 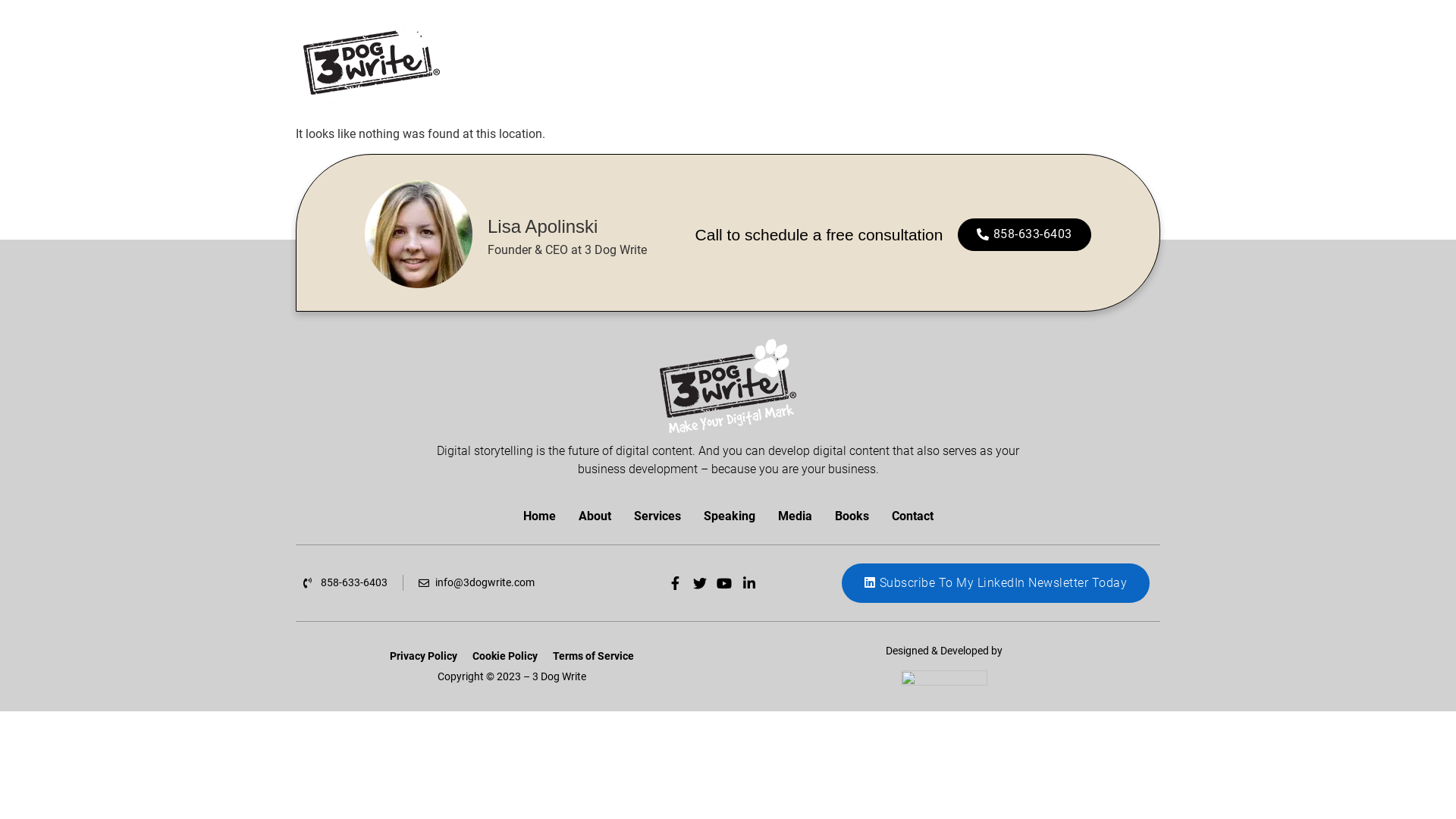 I want to click on '858-633-6403', so click(x=344, y=582).